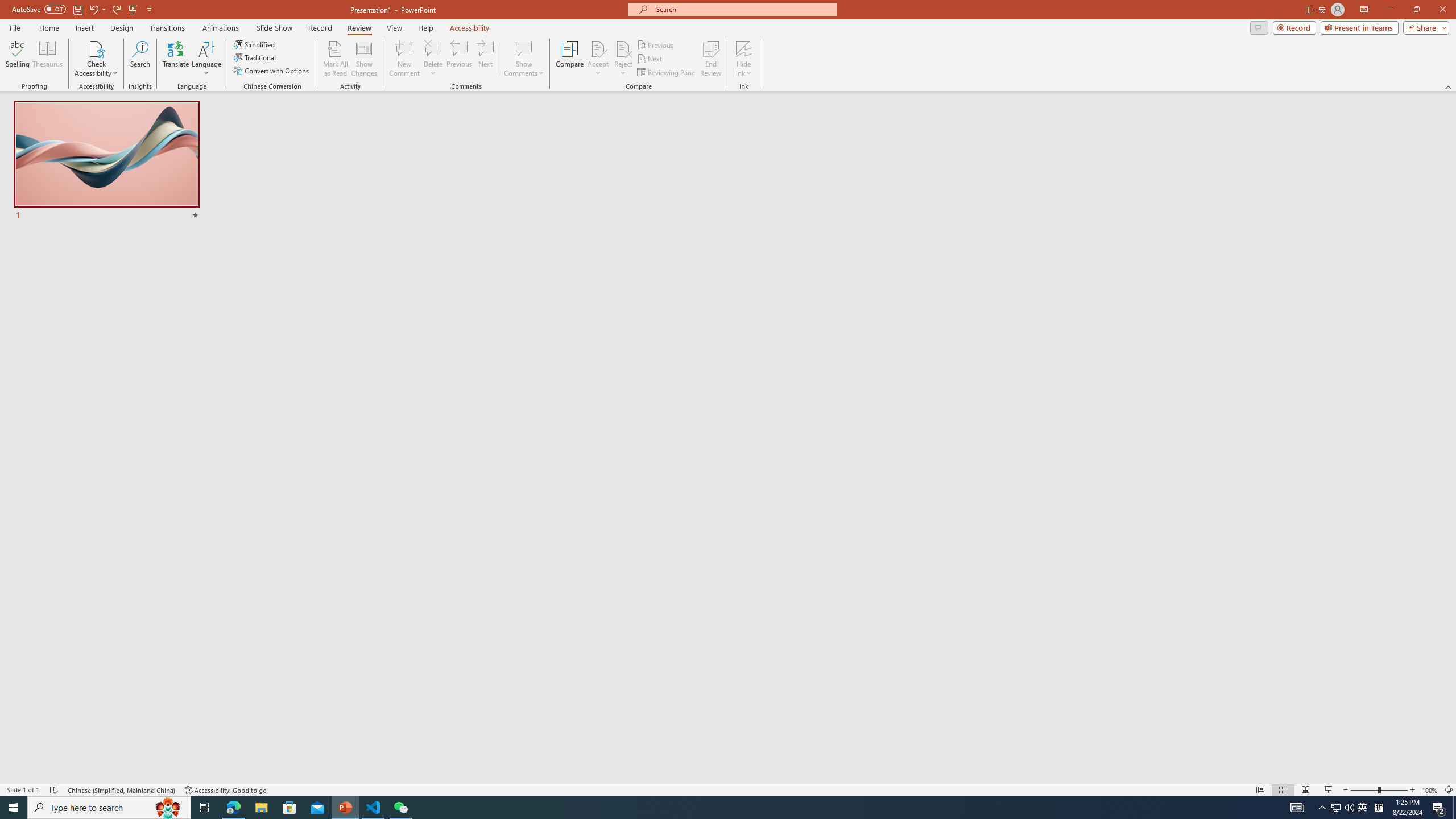  What do you see at coordinates (226, 790) in the screenshot?
I see `'Accessibility Checker Accessibility: Good to go'` at bounding box center [226, 790].